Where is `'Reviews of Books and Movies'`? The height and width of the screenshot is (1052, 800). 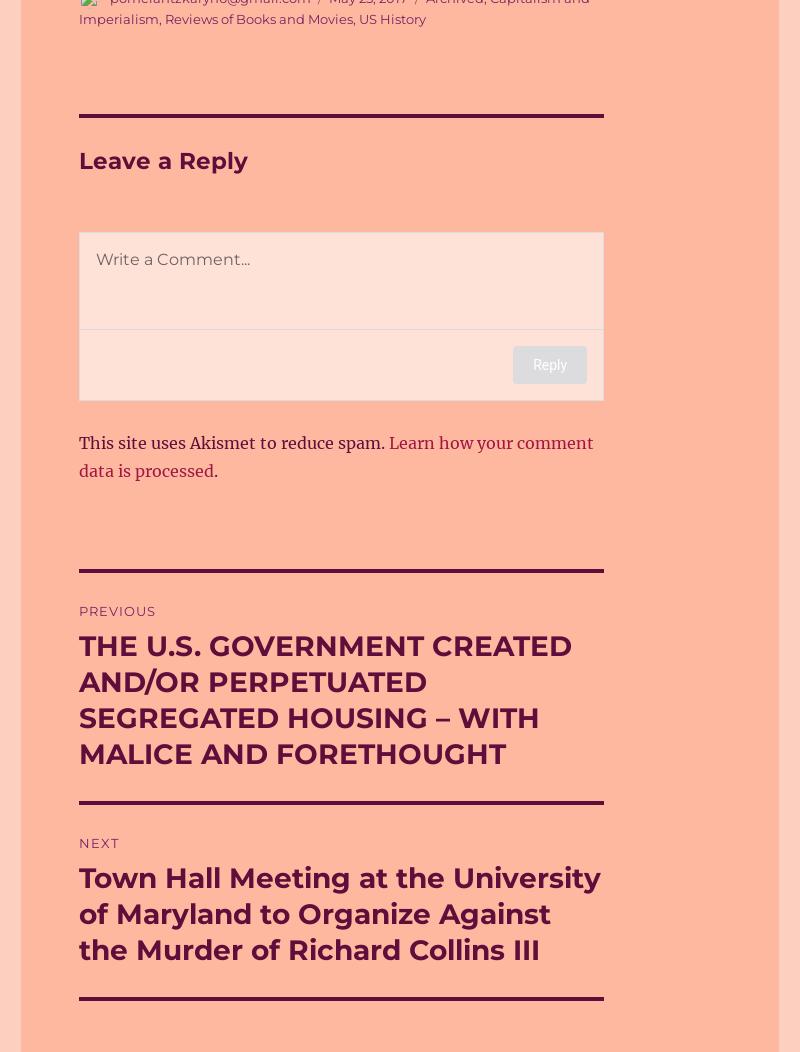
'Reviews of Books and Movies' is located at coordinates (164, 17).